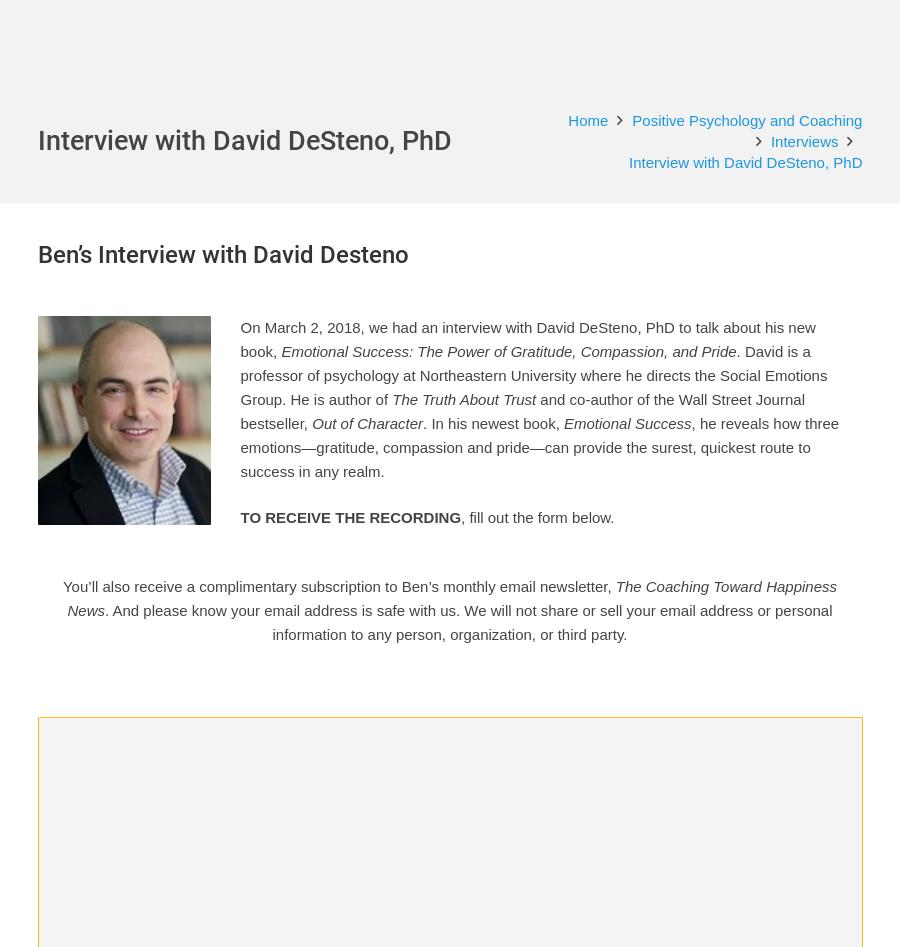  What do you see at coordinates (52, 599) in the screenshot?
I see `'done.'` at bounding box center [52, 599].